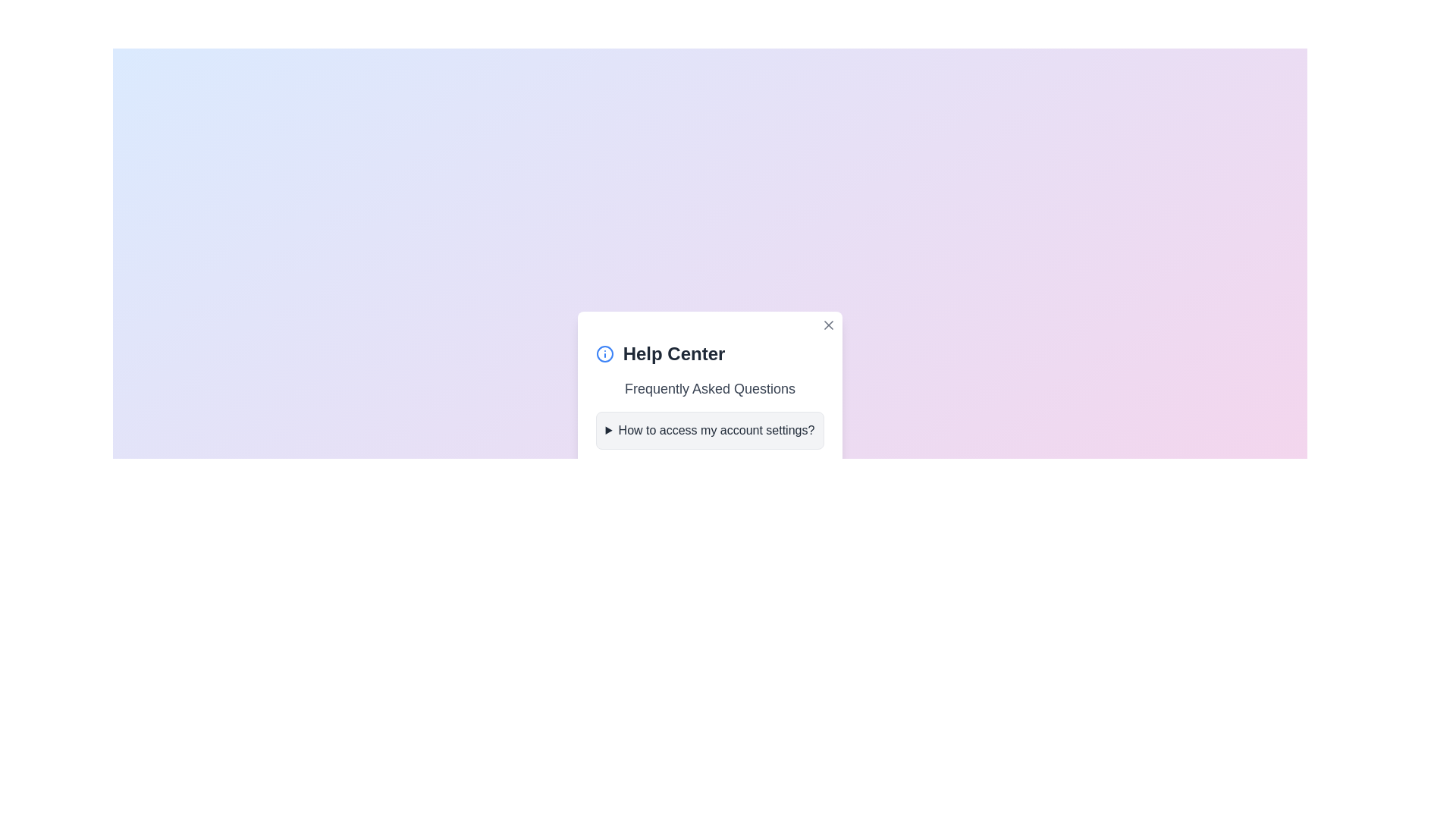  I want to click on the decorative icon (circle) located near the top left corner of the 'Help Center' dialog box, so click(604, 353).